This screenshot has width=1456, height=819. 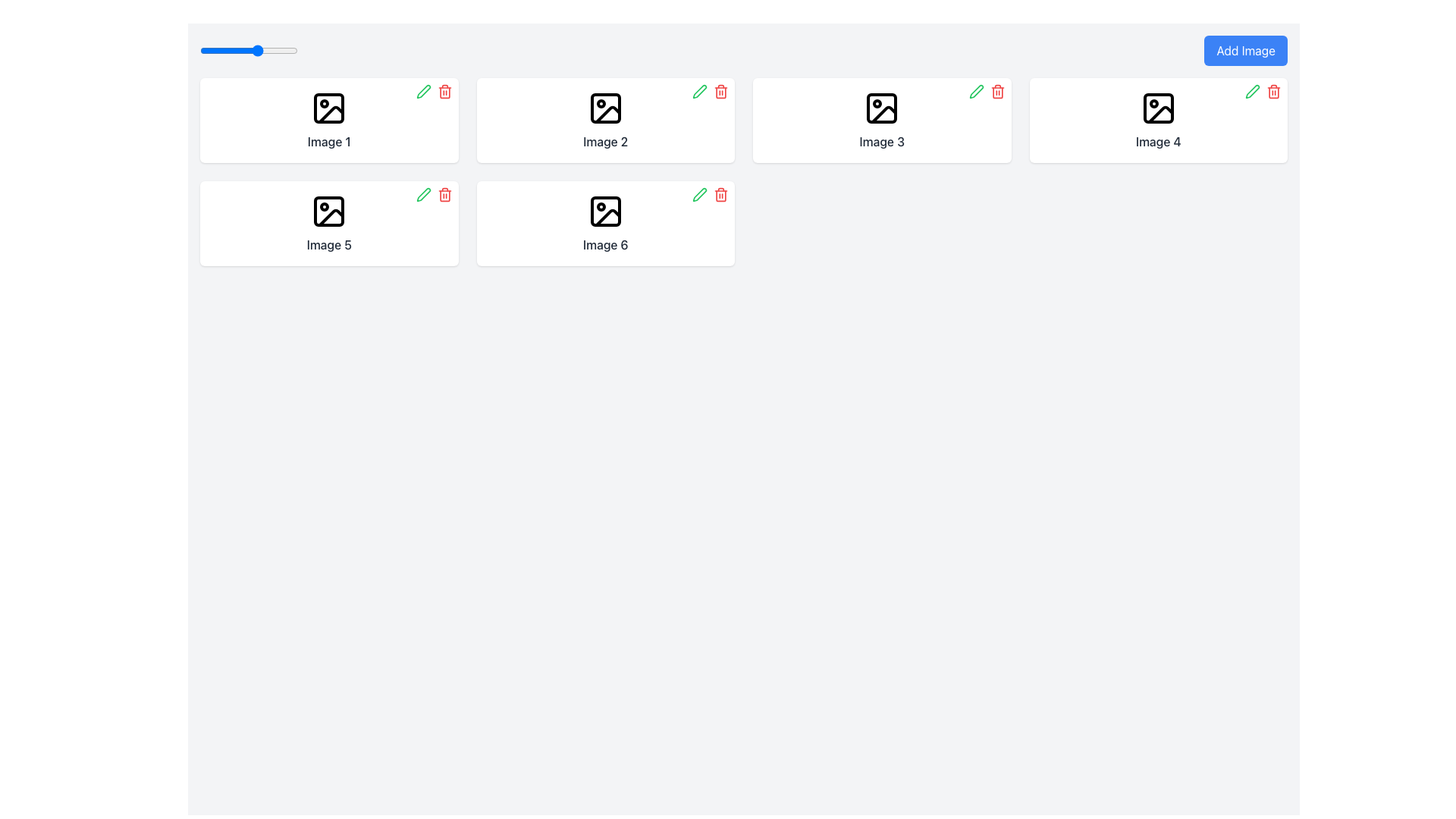 I want to click on text label displaying 'Image 3' located beneath the image placeholder icon in the third cell of the first row in a grid layout, so click(x=882, y=141).